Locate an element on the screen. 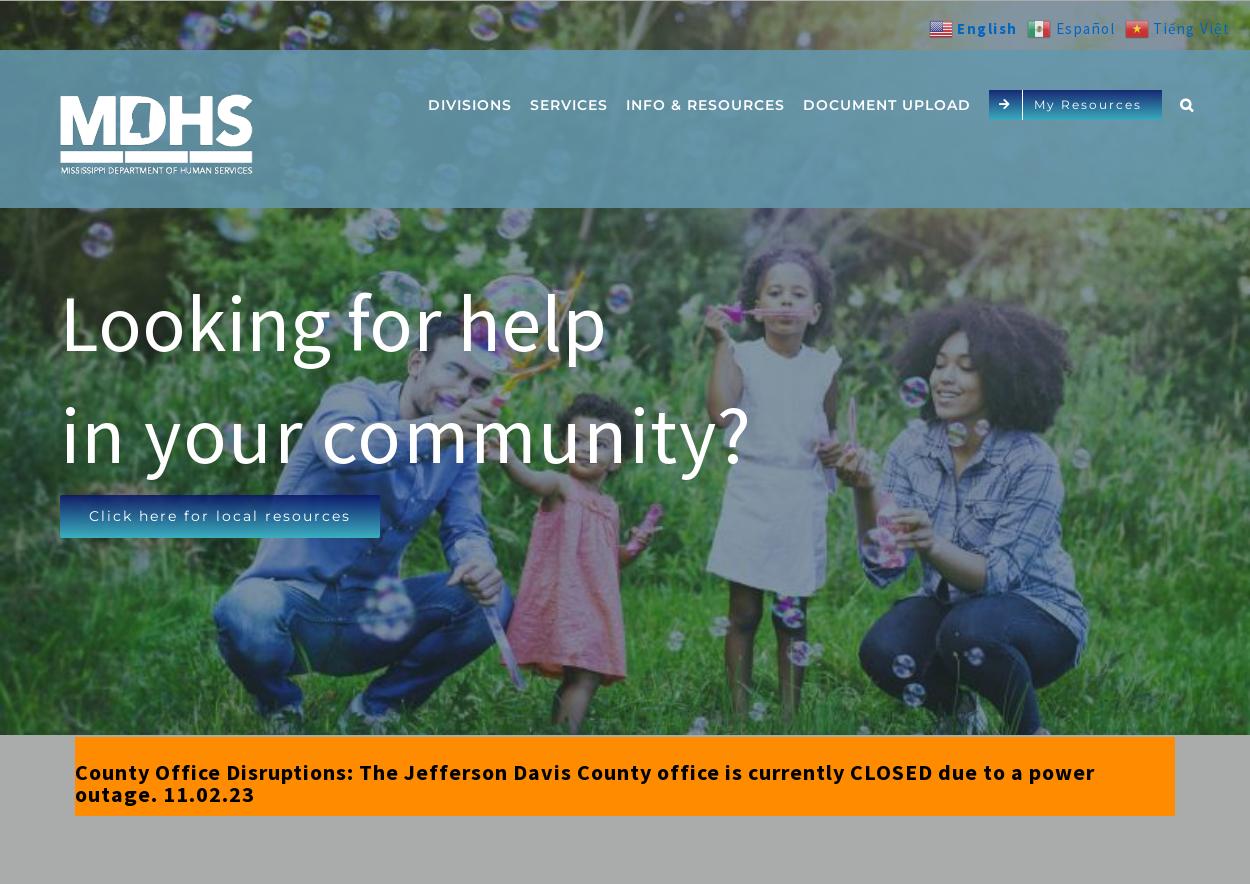  'EPPICard' is located at coordinates (581, 303).